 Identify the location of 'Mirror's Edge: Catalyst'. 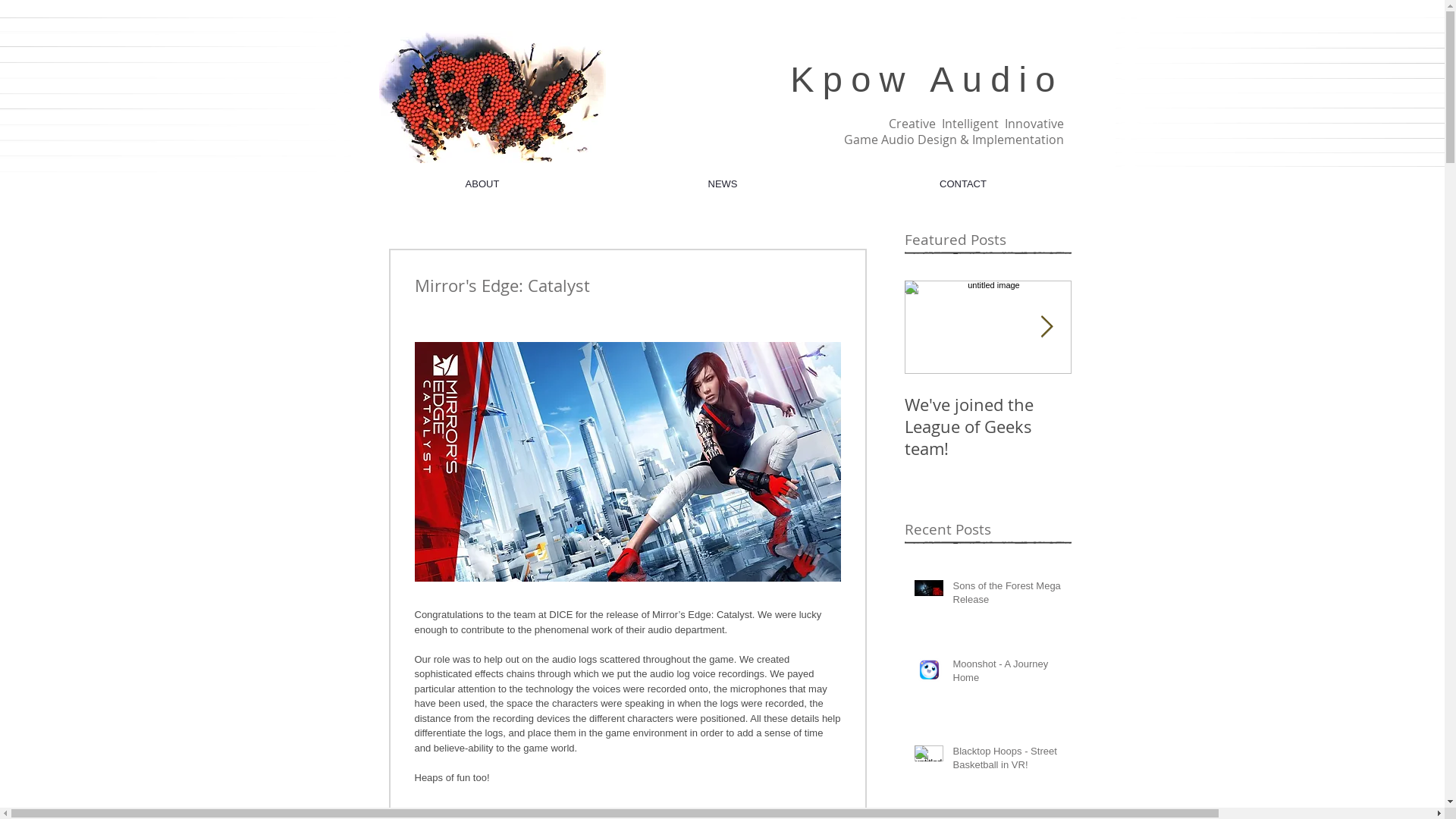
(1153, 415).